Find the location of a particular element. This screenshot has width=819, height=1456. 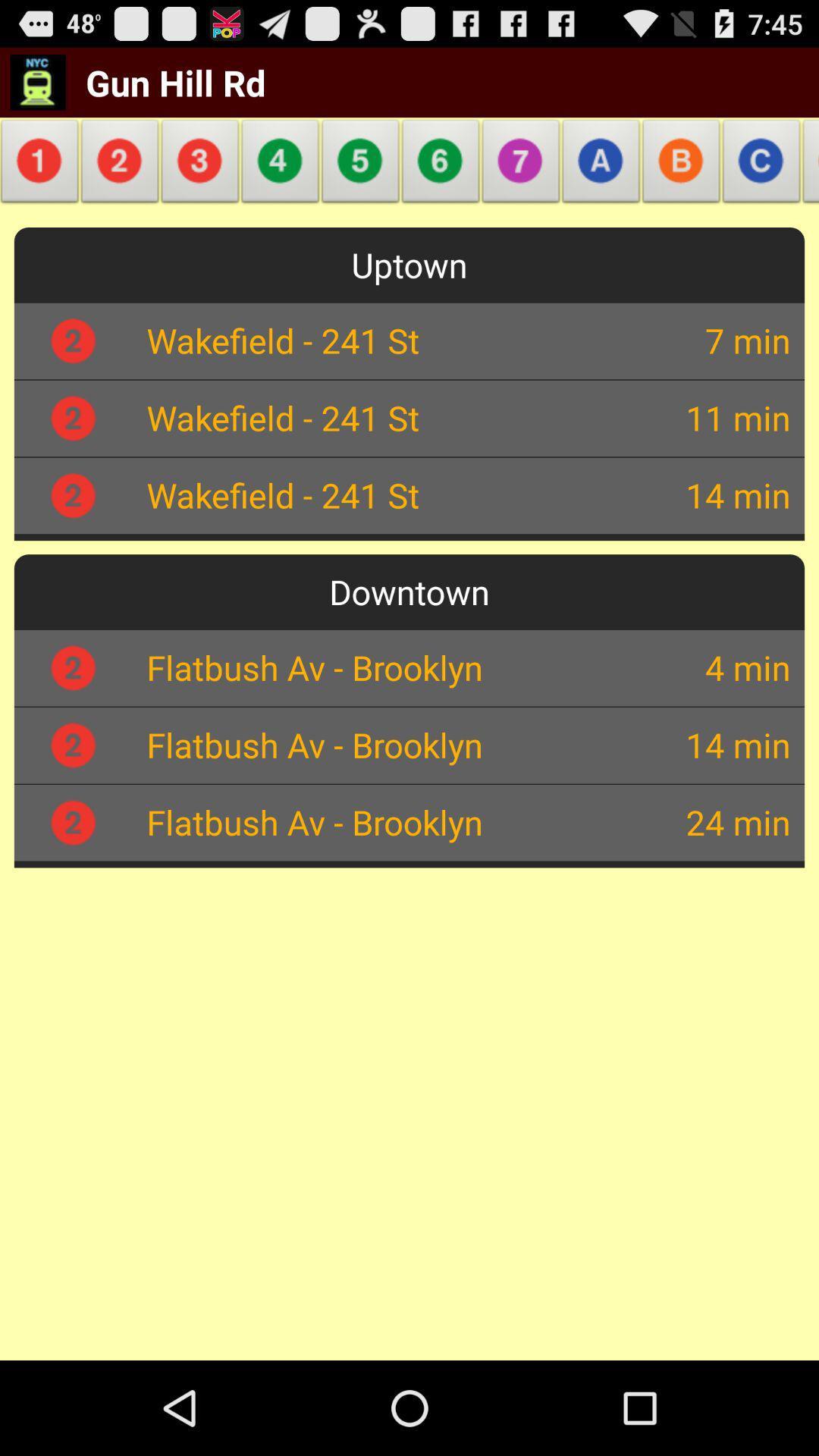

item above uptown is located at coordinates (761, 165).